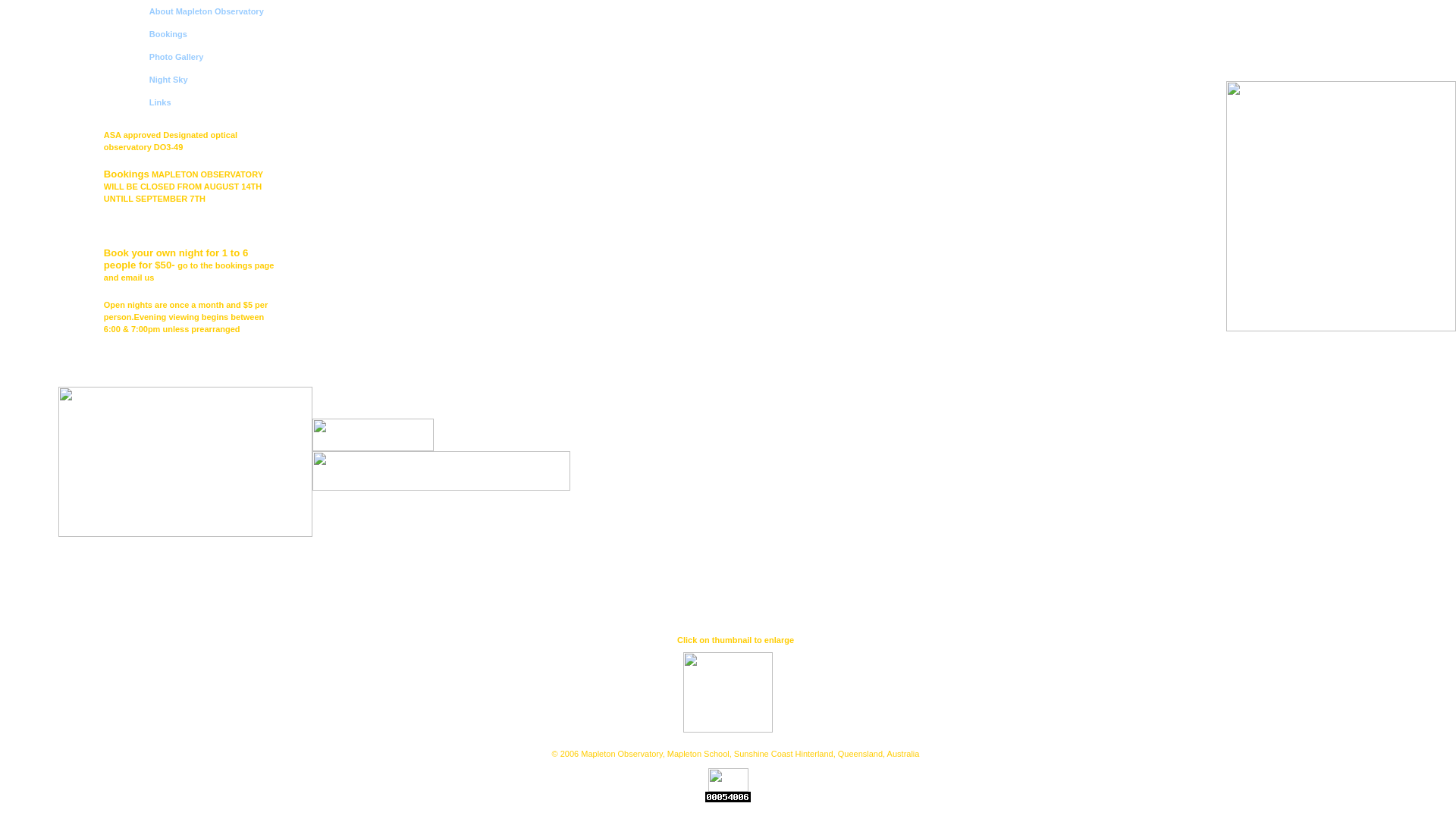  I want to click on 'Photo Gallery', so click(177, 55).